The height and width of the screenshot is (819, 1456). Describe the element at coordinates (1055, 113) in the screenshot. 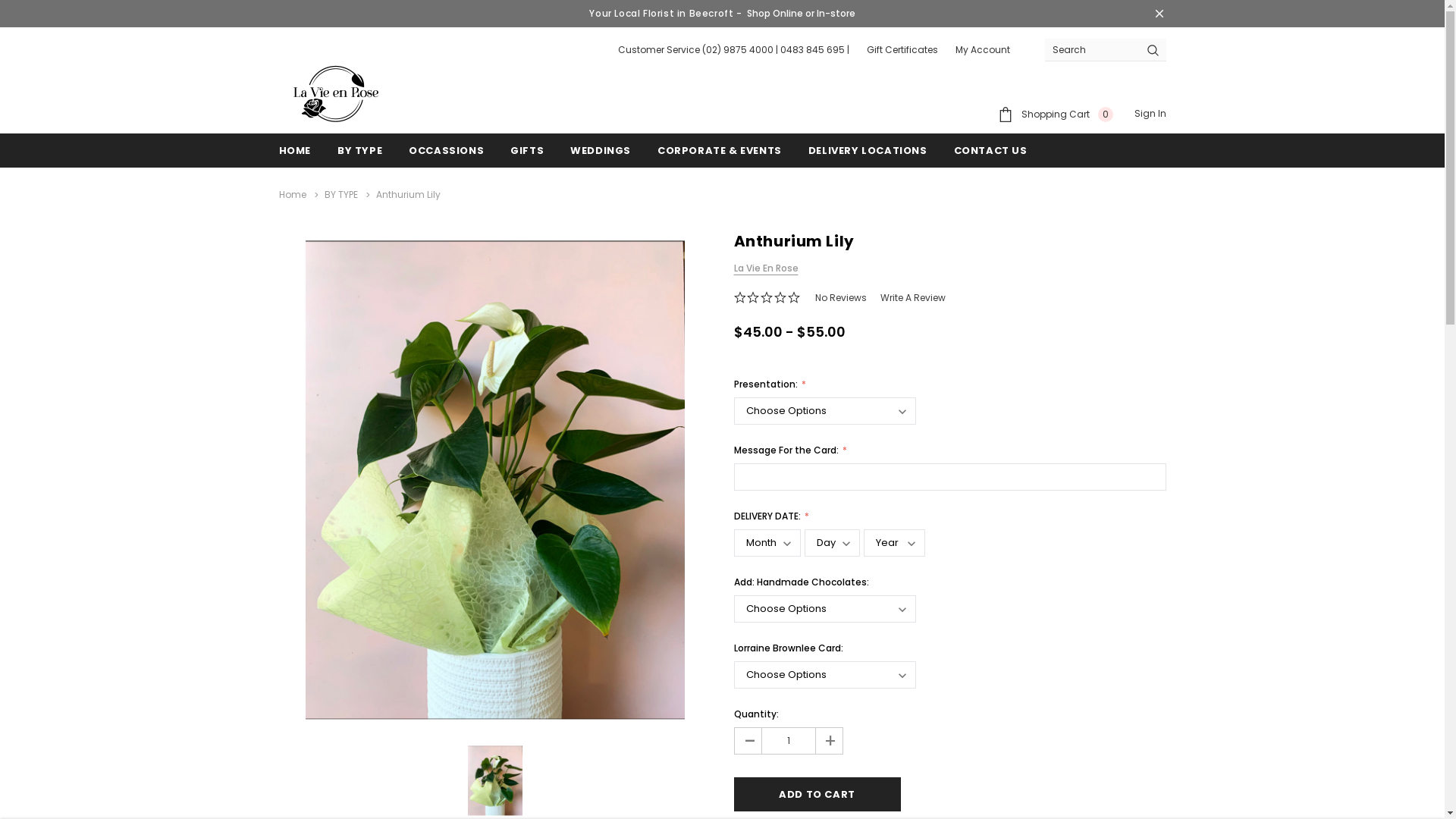

I see `'Shopping Cart 0'` at that location.